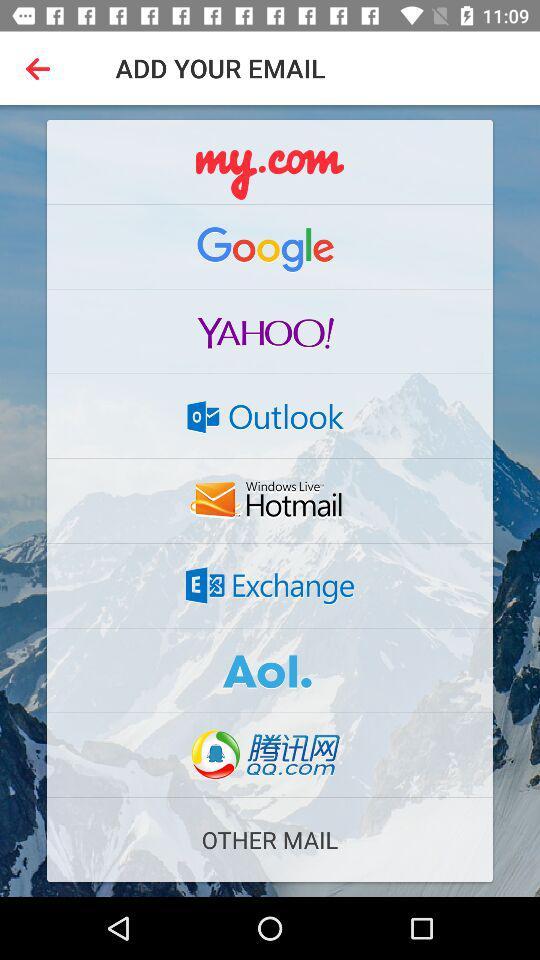  I want to click on google, so click(270, 245).